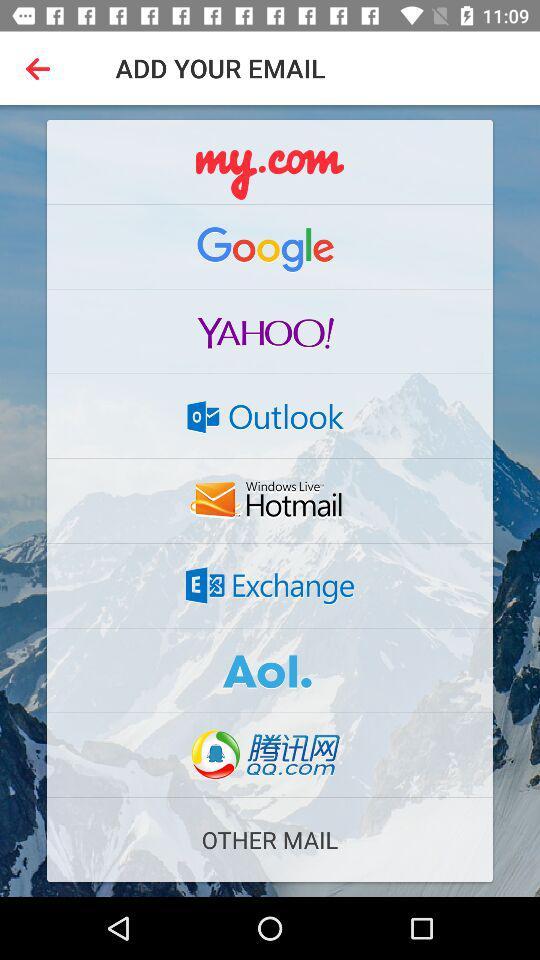  I want to click on google, so click(270, 245).